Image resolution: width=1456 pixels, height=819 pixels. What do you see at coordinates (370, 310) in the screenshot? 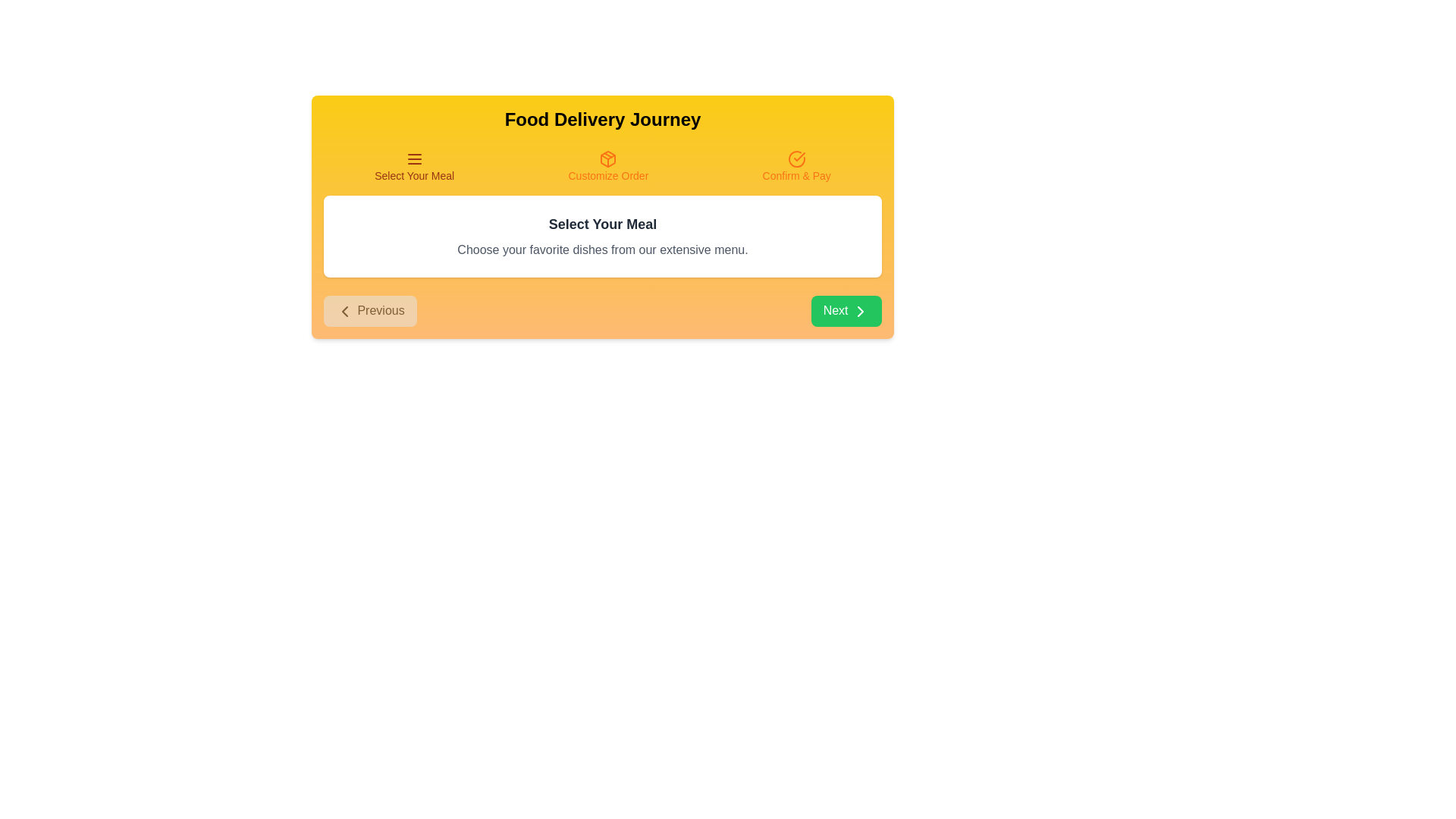
I see `the 'Previous' button, which has a rounded rectangle shape, a light gray background, and the text 'Previous' with a leftward arrow icon` at bounding box center [370, 310].